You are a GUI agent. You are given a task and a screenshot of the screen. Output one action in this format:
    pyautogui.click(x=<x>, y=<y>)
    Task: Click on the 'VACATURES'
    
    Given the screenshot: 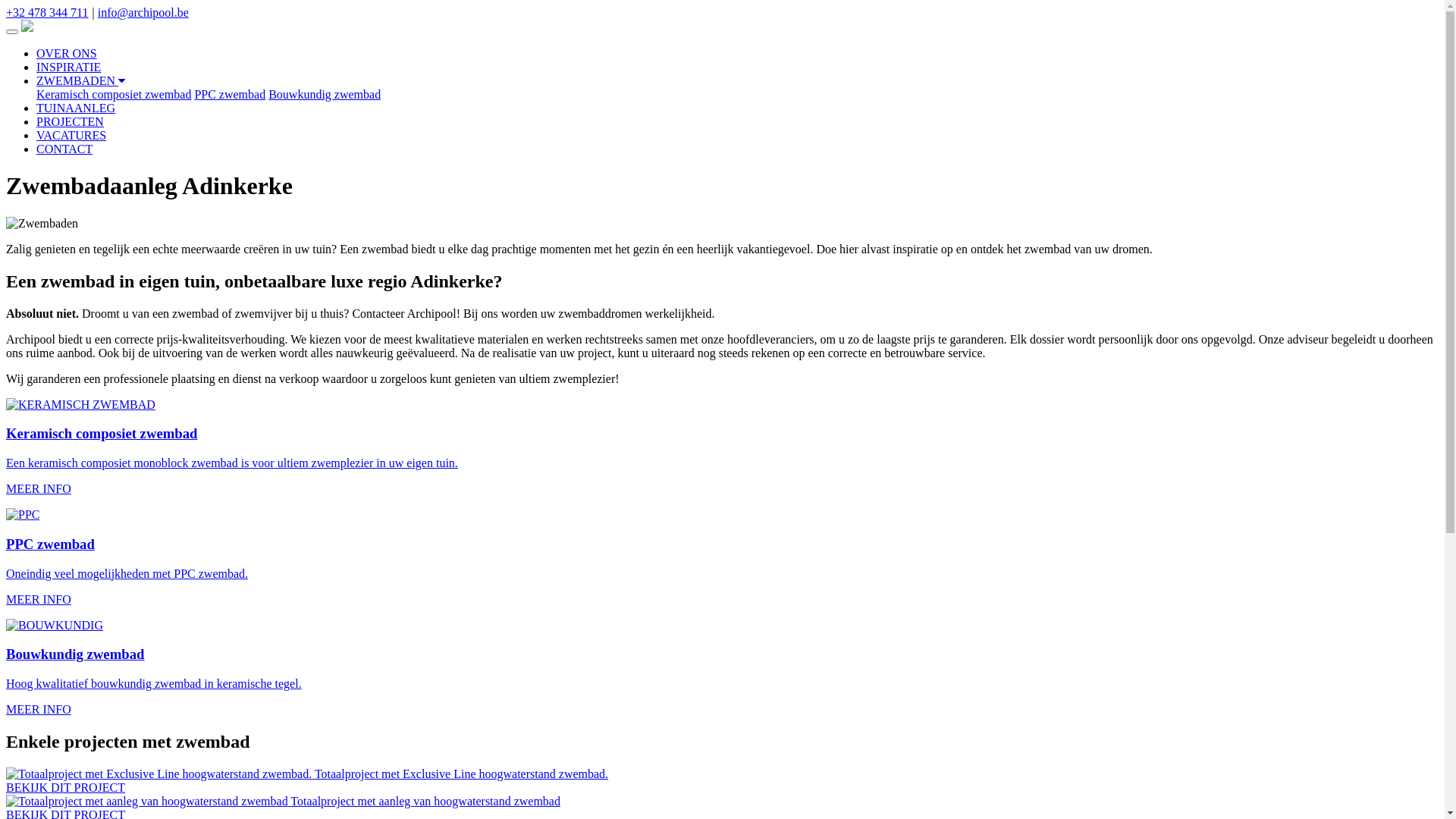 What is the action you would take?
    pyautogui.click(x=71, y=134)
    